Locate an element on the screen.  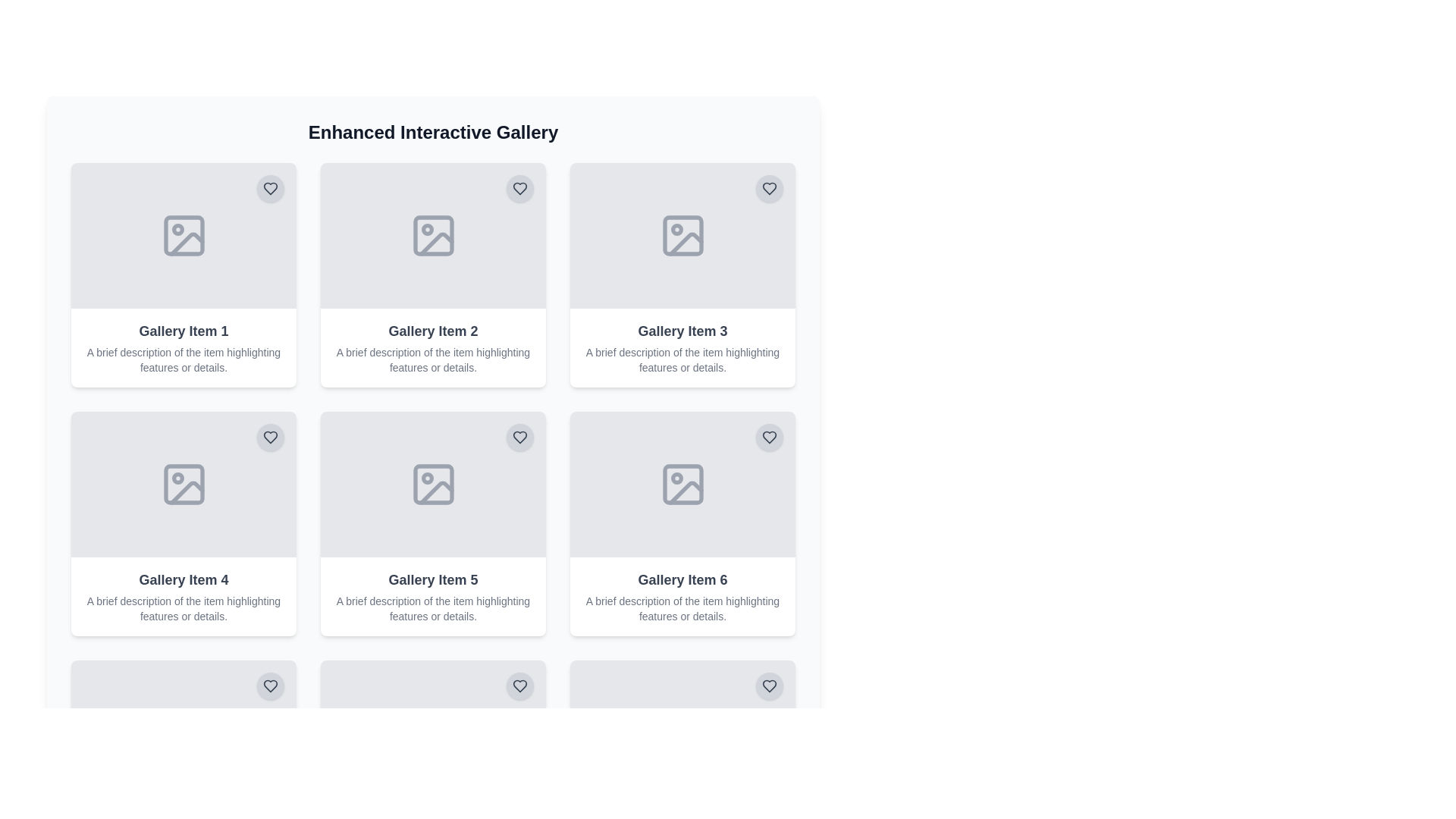
the 'favorite' or 'like' button for 'Gallery Item 1' is located at coordinates (270, 188).